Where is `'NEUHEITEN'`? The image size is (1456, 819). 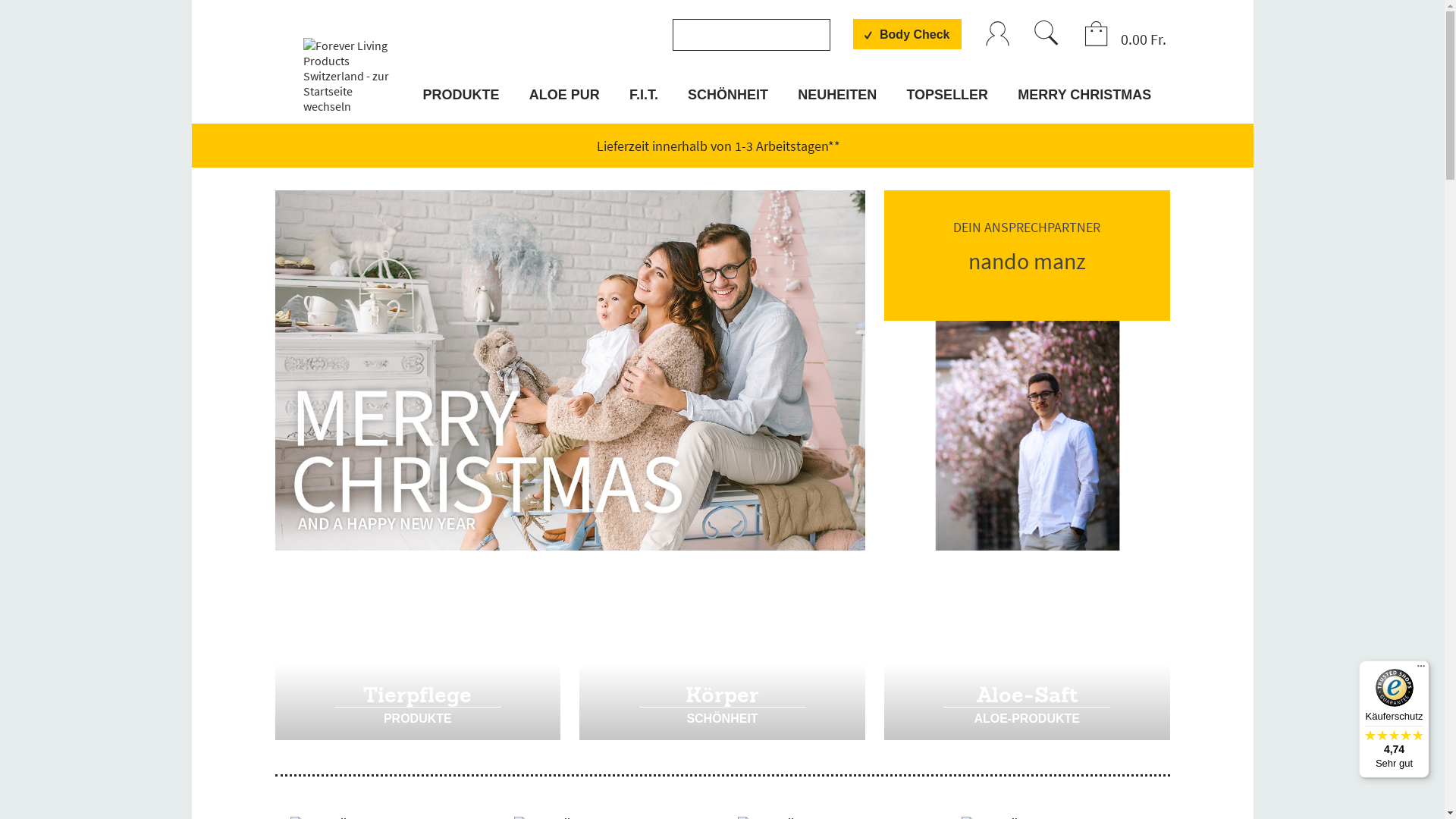
'NEUHEITEN' is located at coordinates (792, 103).